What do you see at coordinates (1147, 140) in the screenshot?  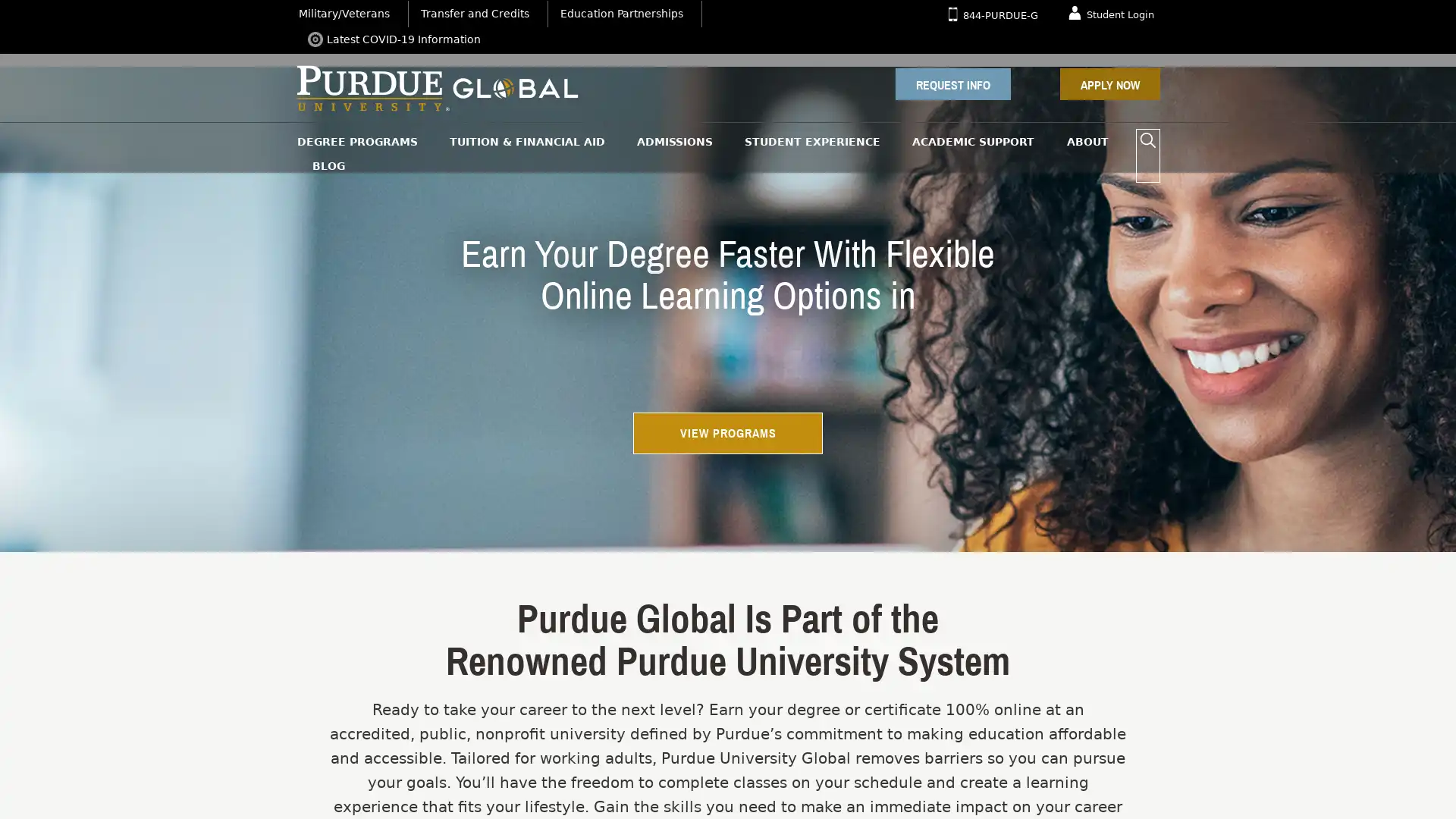 I see `Search` at bounding box center [1147, 140].